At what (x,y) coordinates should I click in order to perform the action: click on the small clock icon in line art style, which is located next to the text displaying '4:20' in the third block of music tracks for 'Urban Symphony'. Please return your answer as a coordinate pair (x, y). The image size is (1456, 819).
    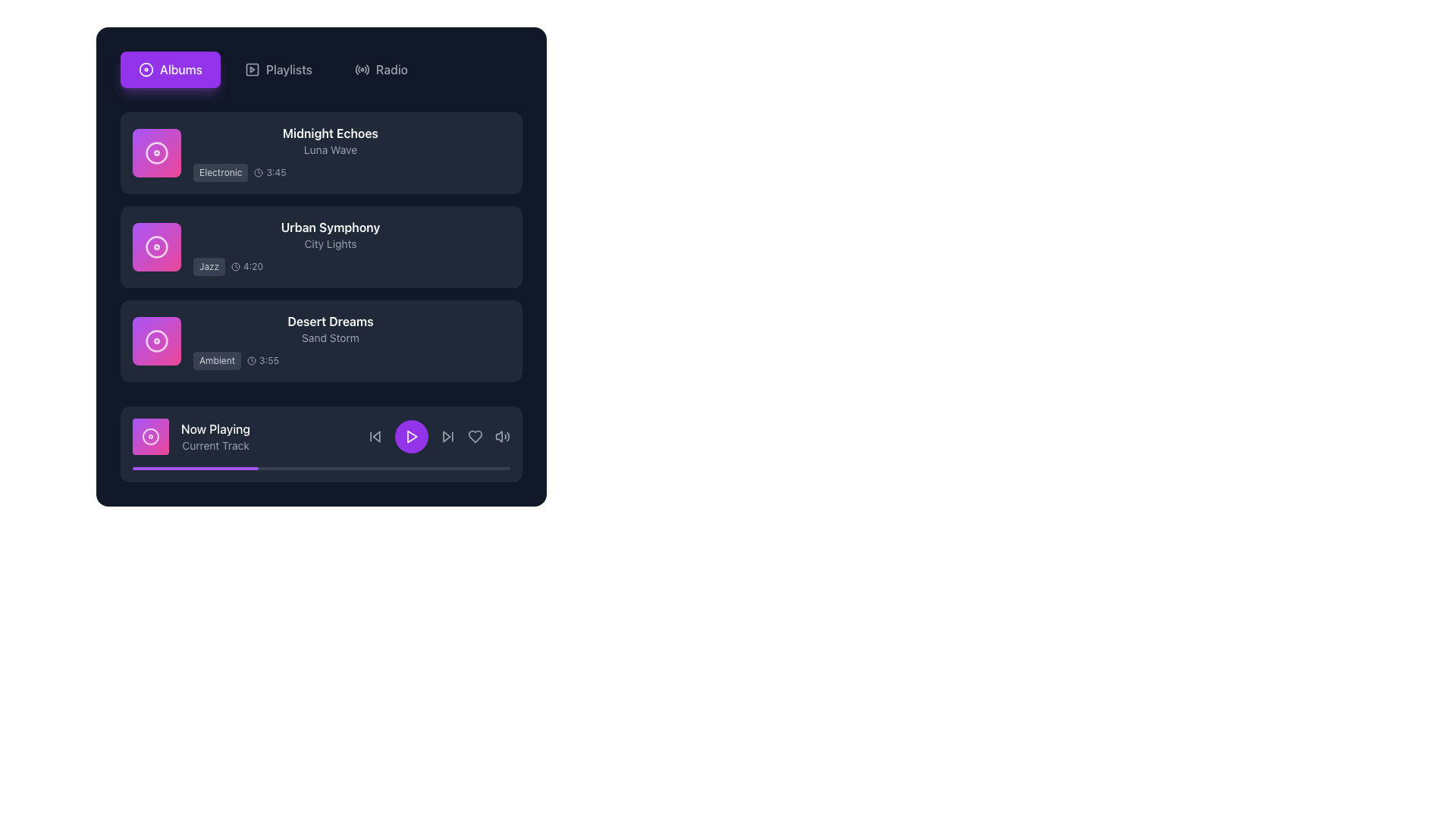
    Looking at the image, I should click on (235, 265).